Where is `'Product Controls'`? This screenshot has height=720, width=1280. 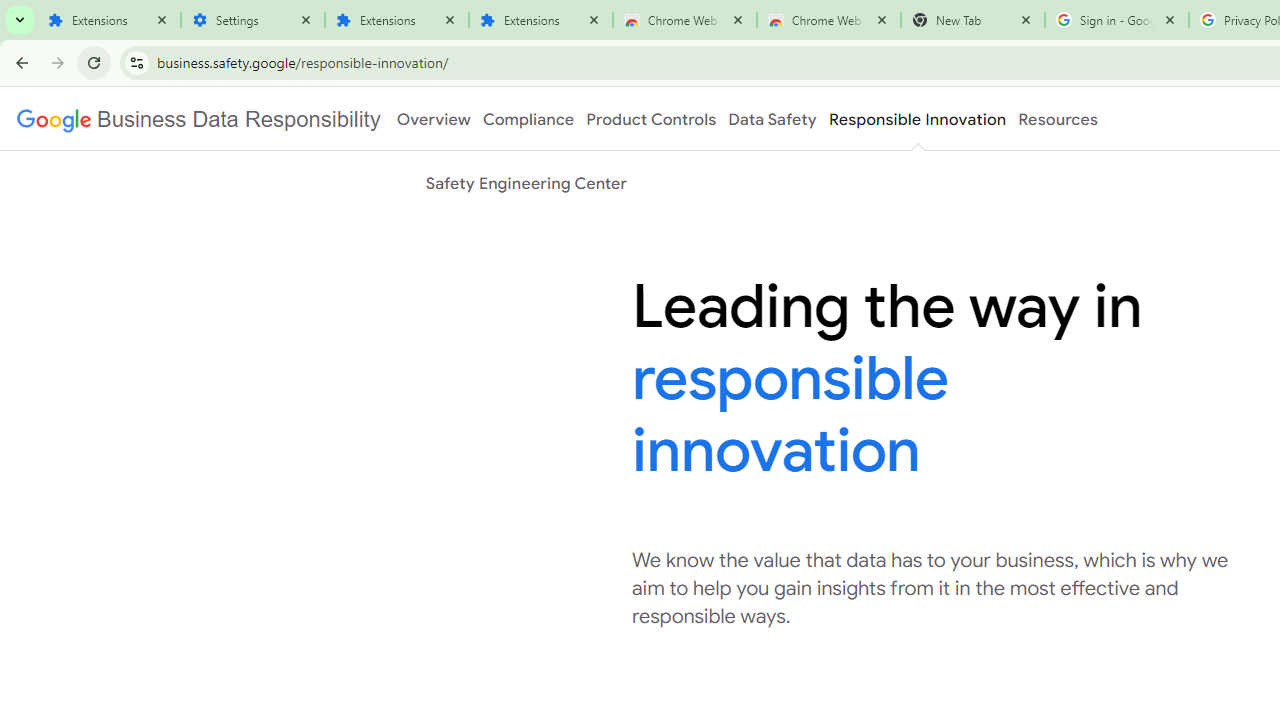
'Product Controls' is located at coordinates (651, 119).